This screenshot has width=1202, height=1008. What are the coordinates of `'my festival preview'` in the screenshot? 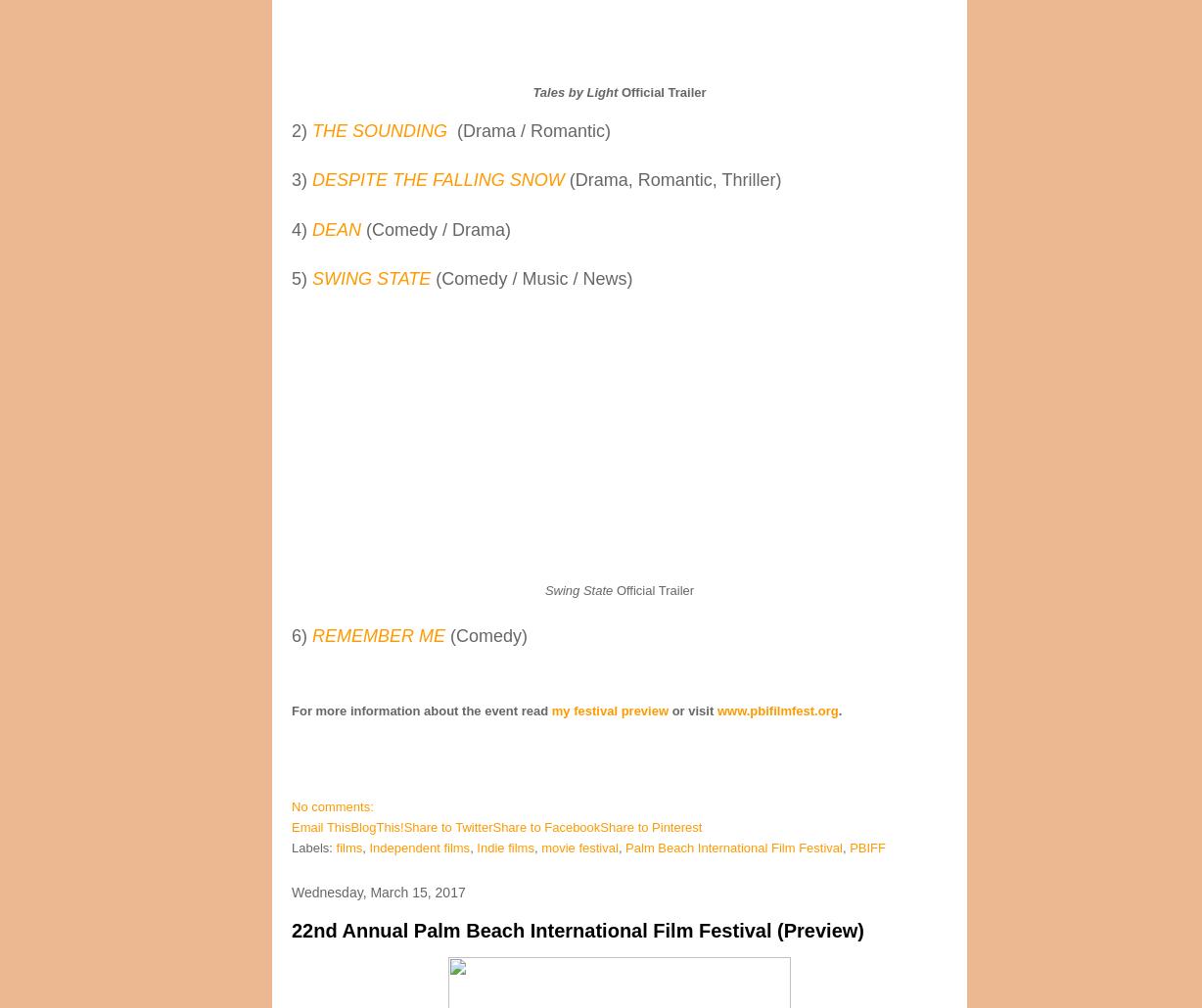 It's located at (611, 710).